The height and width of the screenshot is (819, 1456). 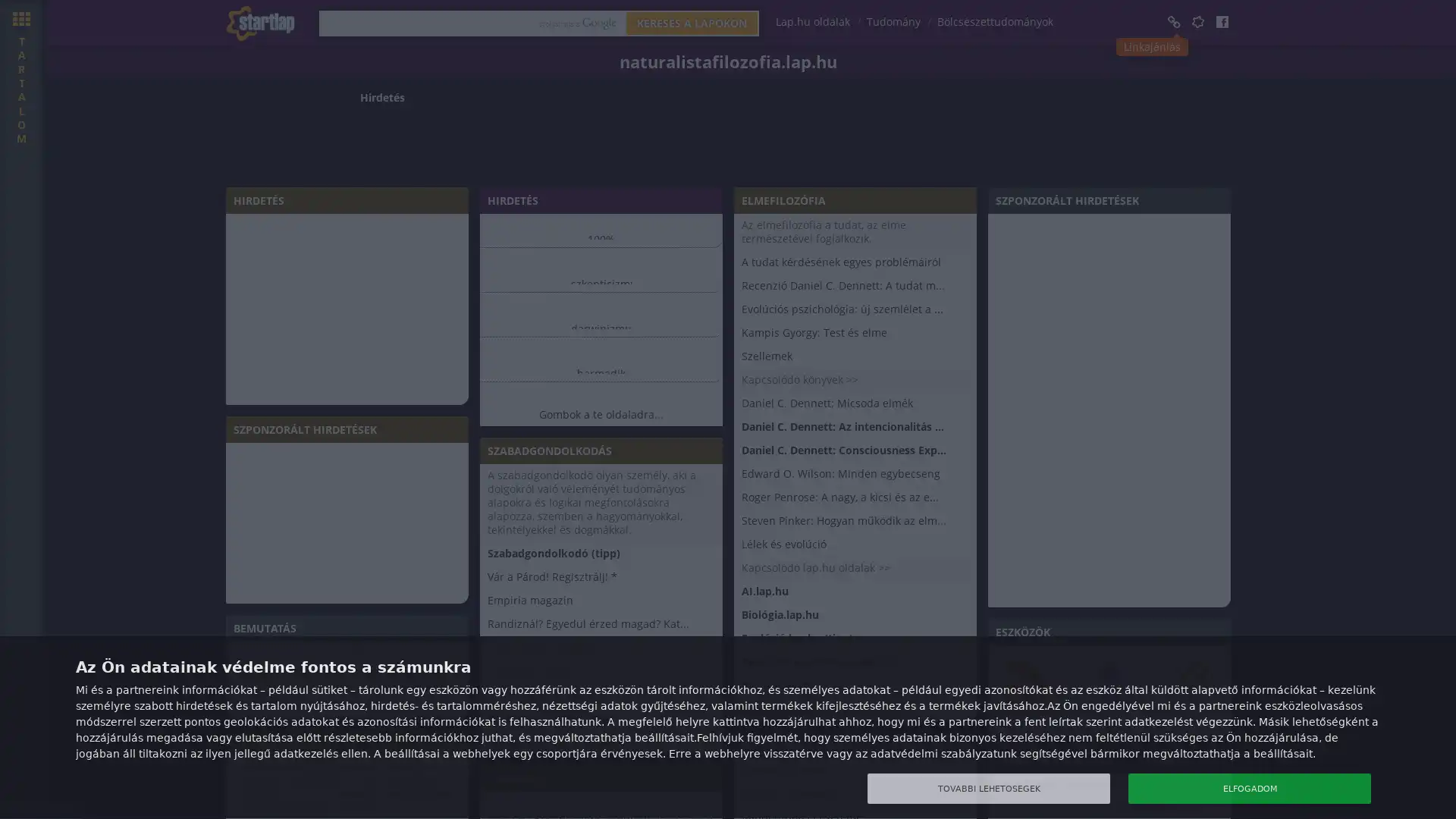 I want to click on ELFOGADOM, so click(x=1249, y=788).